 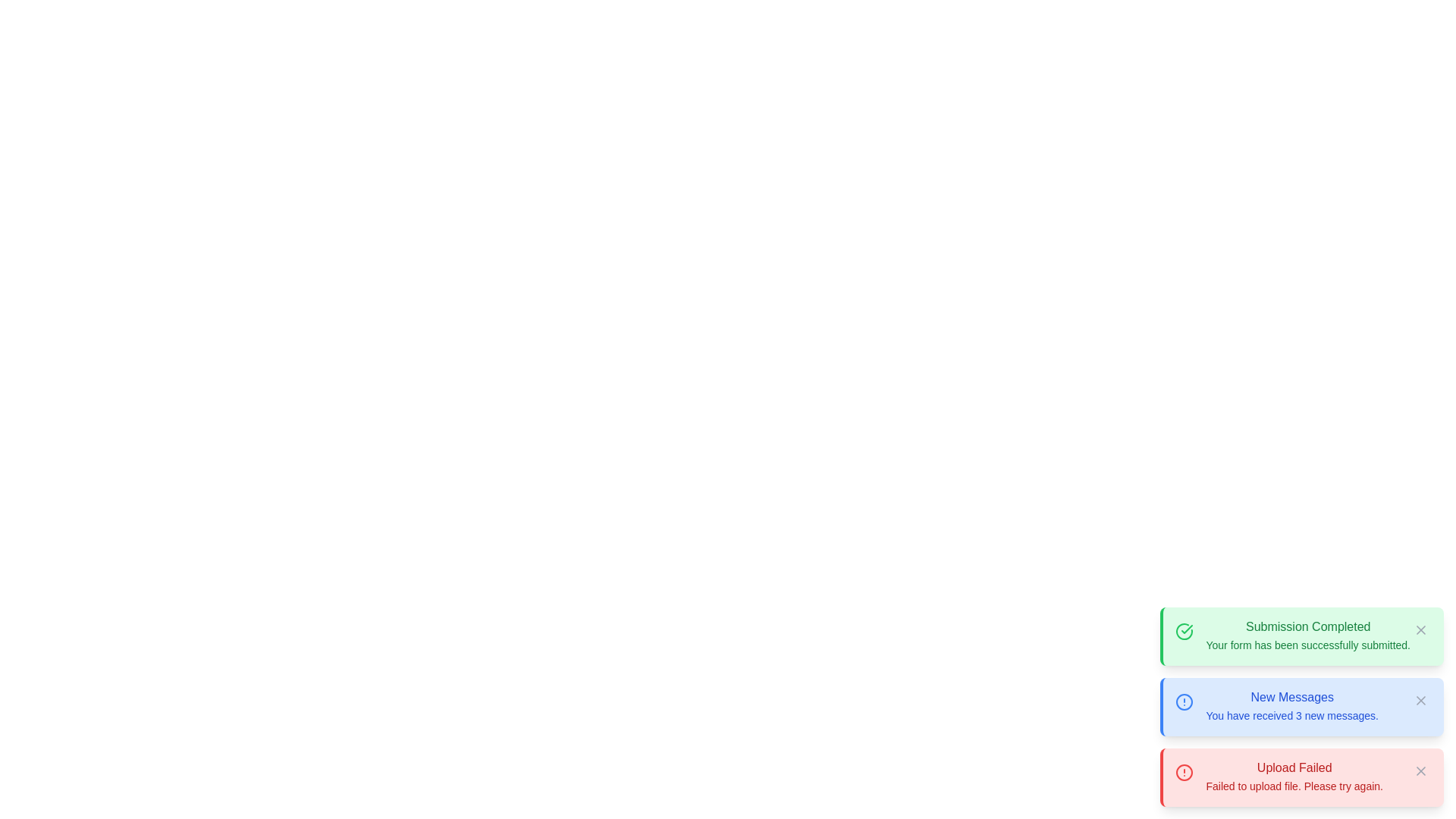 What do you see at coordinates (1420, 701) in the screenshot?
I see `the lower-right segment of the 'X' icon within the top-right corner of the notification` at bounding box center [1420, 701].